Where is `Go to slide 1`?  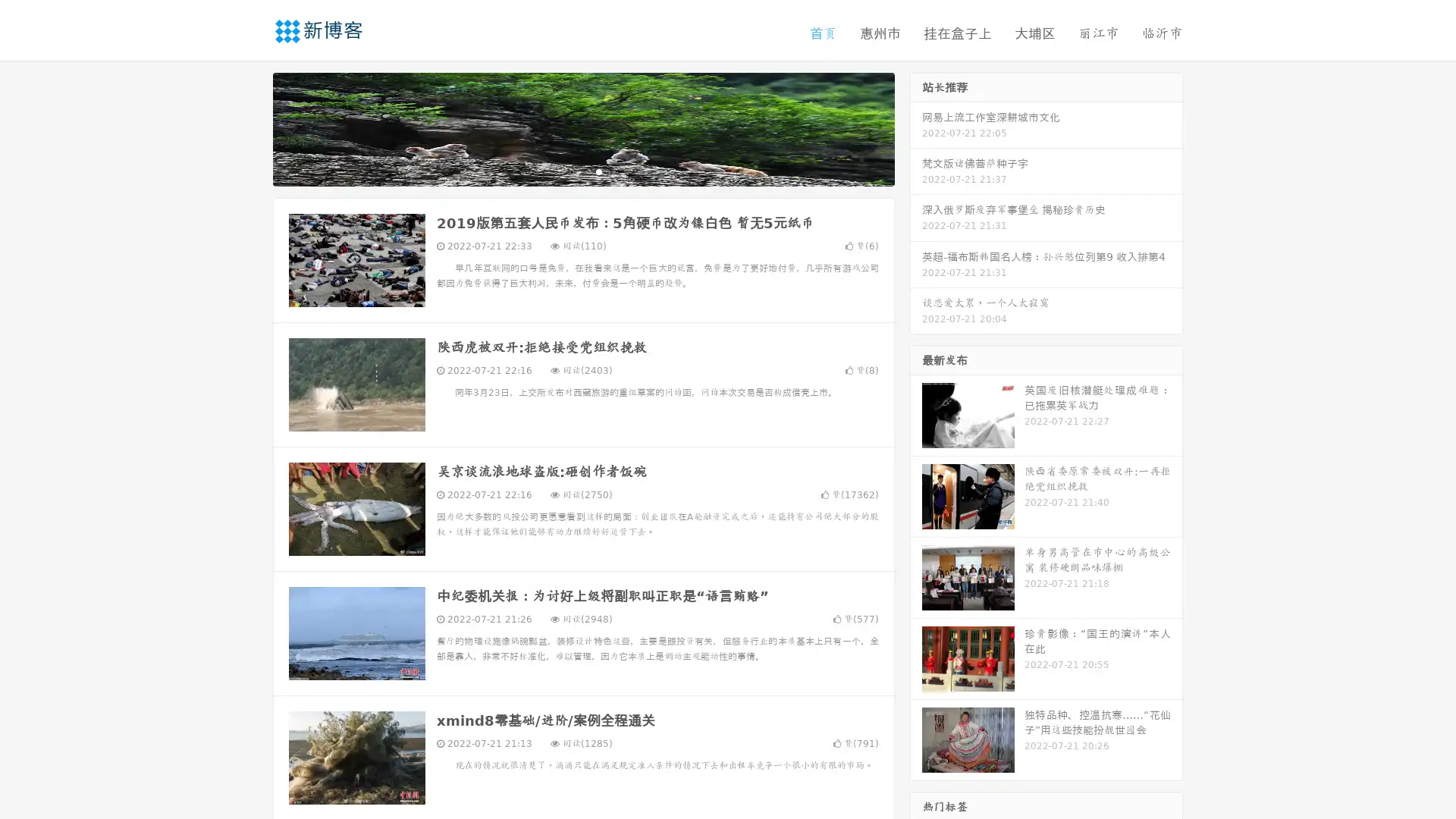
Go to slide 1 is located at coordinates (567, 171).